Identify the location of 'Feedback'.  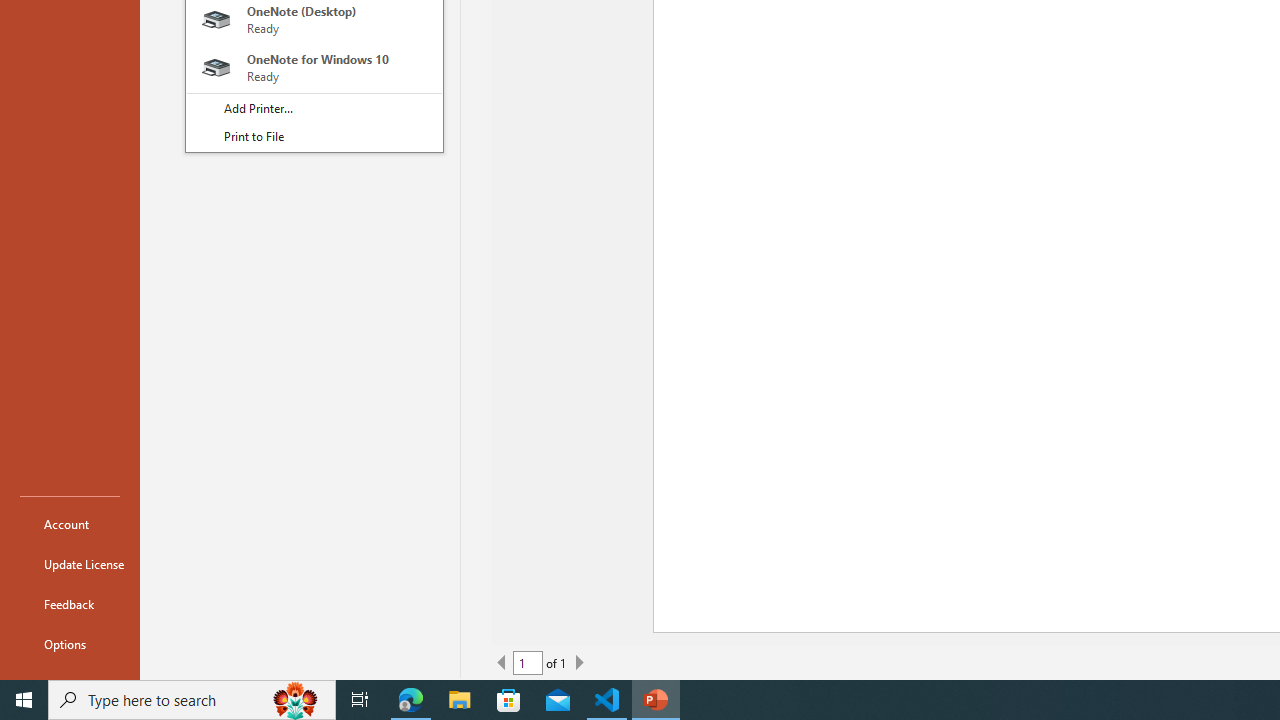
(69, 603).